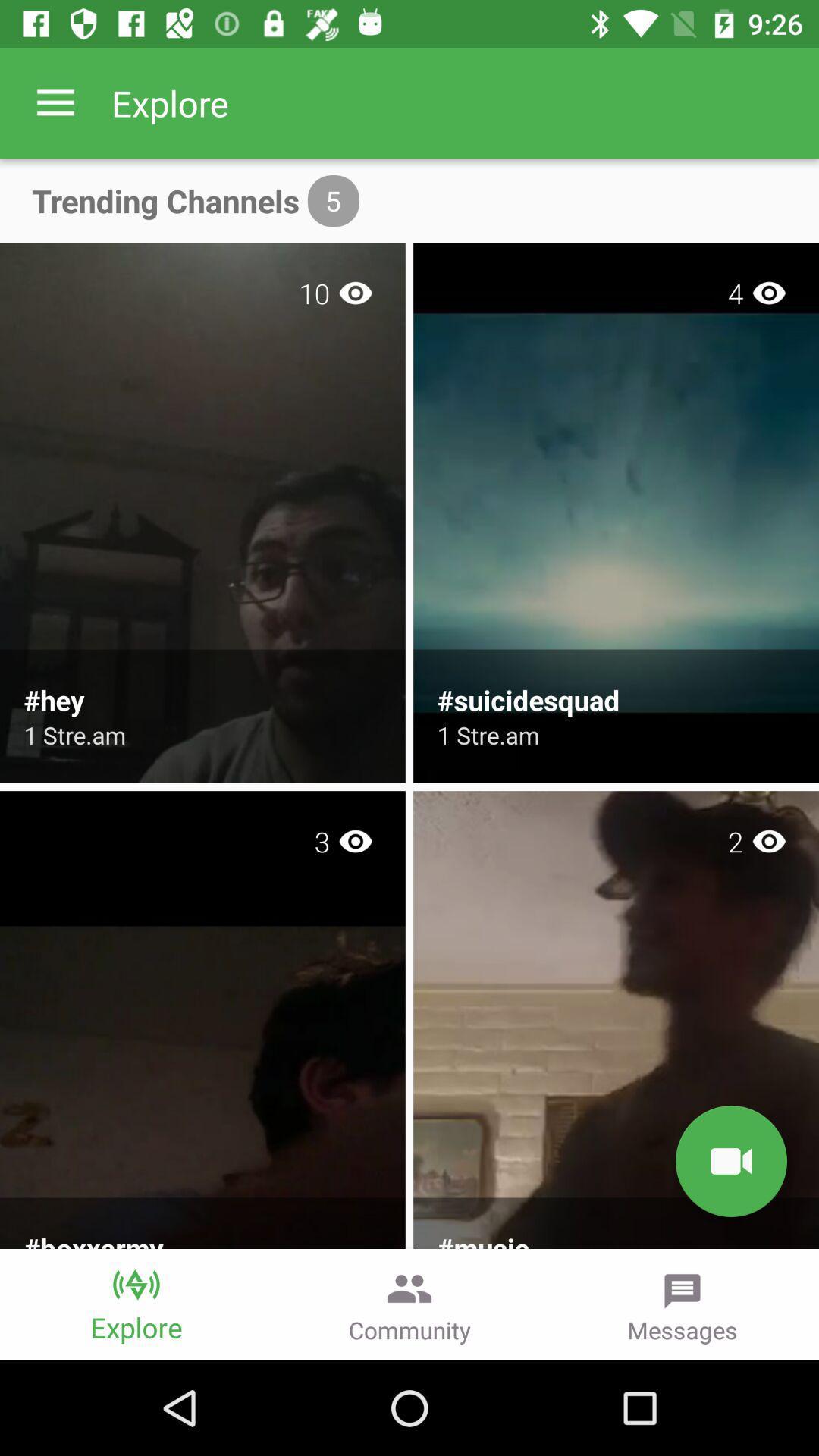 This screenshot has height=1456, width=819. Describe the element at coordinates (730, 1160) in the screenshot. I see `the videocam icon` at that location.